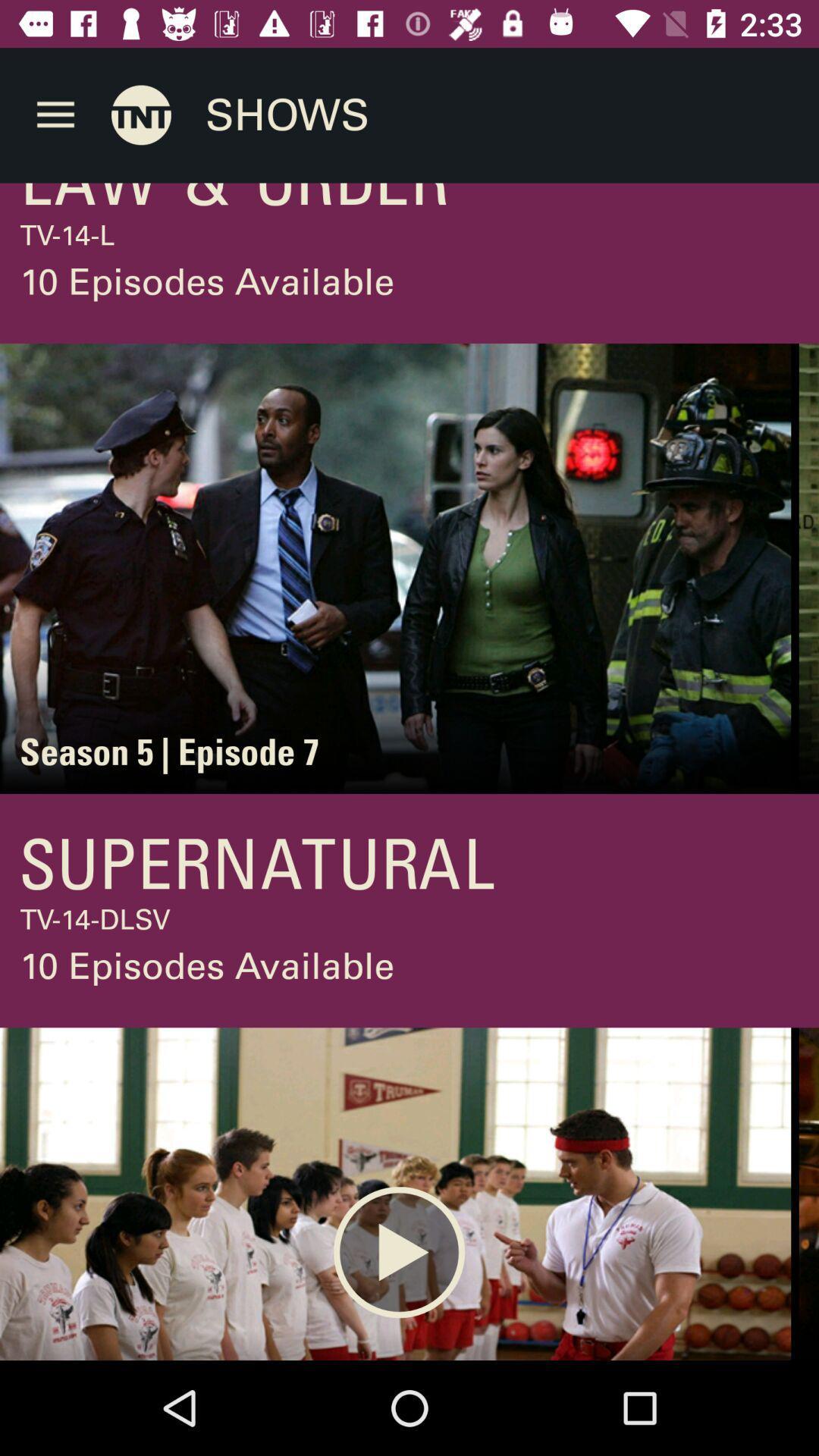 The width and height of the screenshot is (819, 1456). Describe the element at coordinates (141, 114) in the screenshot. I see `icon above the law & order icon` at that location.